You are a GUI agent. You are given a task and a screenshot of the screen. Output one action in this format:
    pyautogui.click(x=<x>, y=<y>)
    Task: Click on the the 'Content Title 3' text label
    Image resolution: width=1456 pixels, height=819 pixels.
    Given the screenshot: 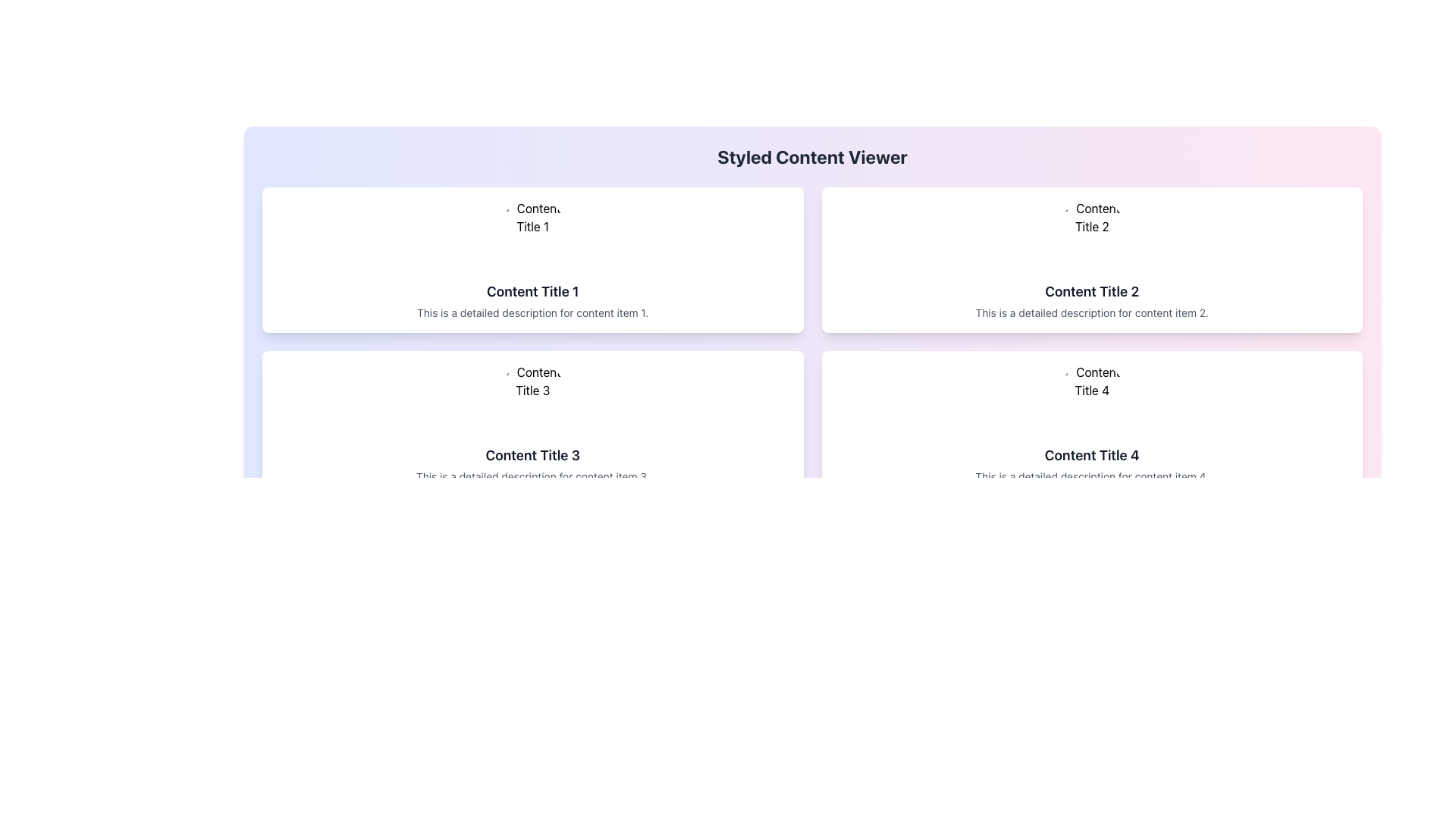 What is the action you would take?
    pyautogui.click(x=532, y=455)
    